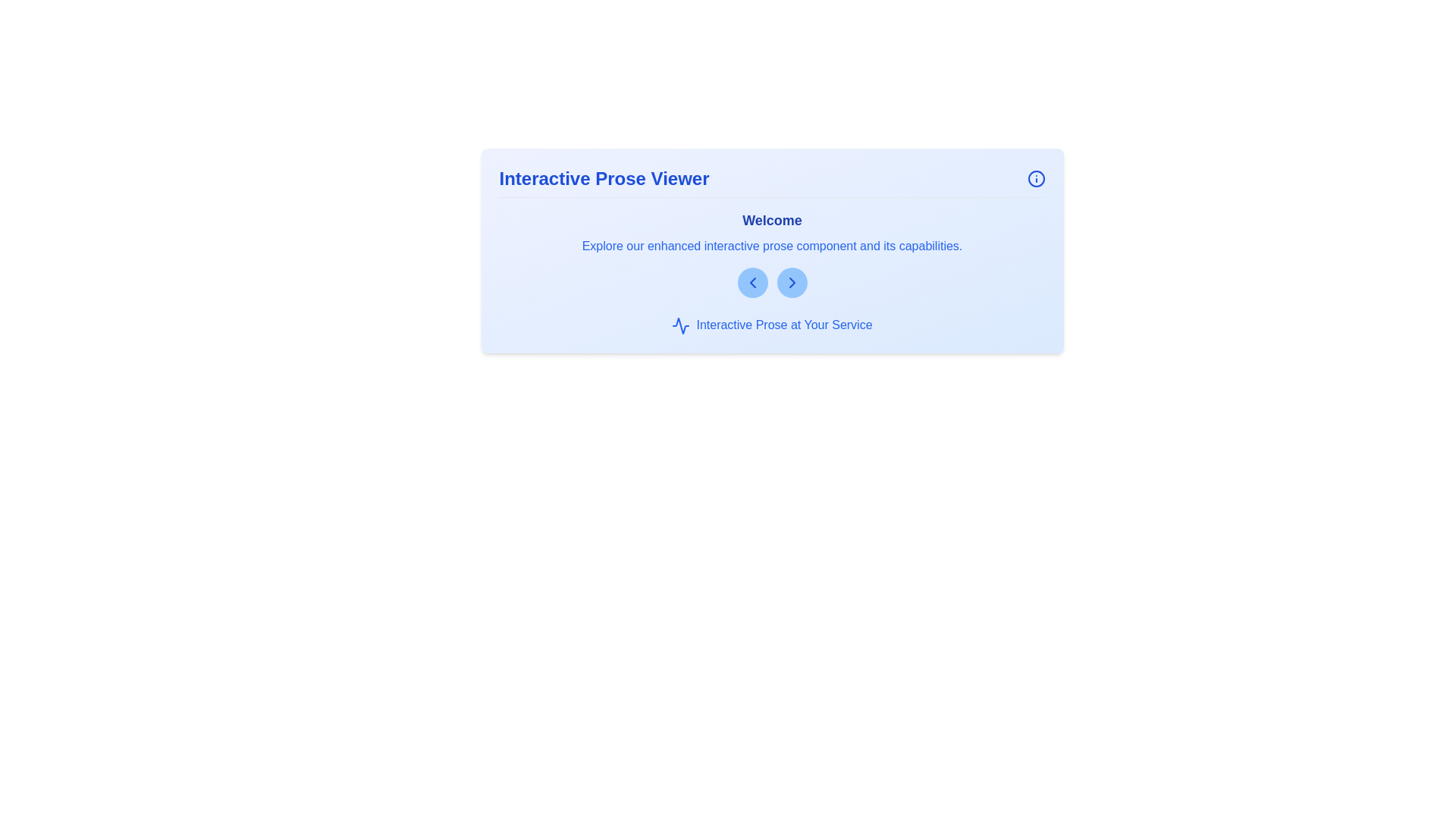 Image resolution: width=1456 pixels, height=819 pixels. I want to click on the Chevron left icon button, which serves as a navigation button to go back or to a previous section, to trigger a visual response, so click(752, 283).